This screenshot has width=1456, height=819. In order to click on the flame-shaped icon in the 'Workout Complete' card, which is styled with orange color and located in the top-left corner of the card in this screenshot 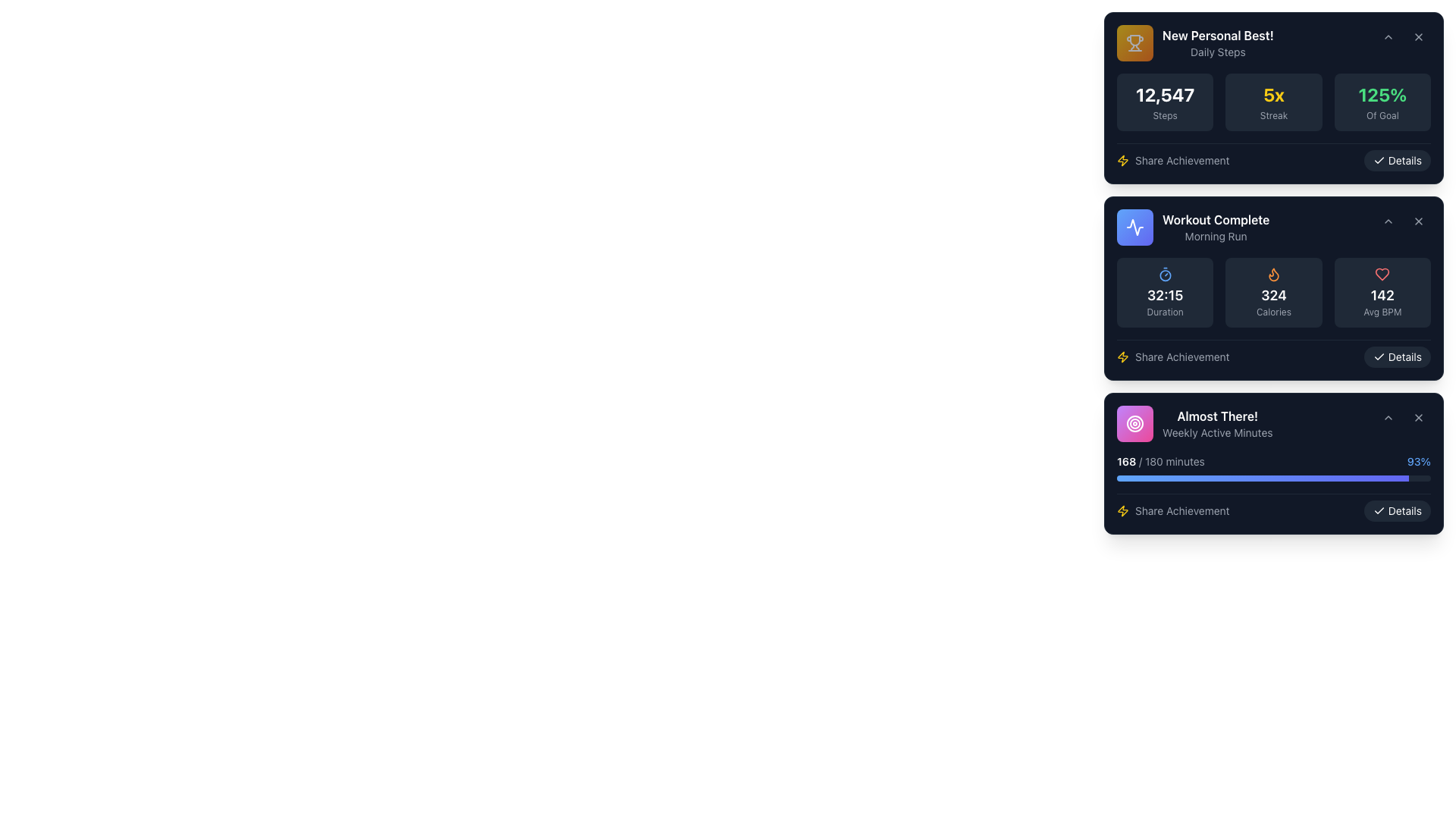, I will do `click(1274, 275)`.